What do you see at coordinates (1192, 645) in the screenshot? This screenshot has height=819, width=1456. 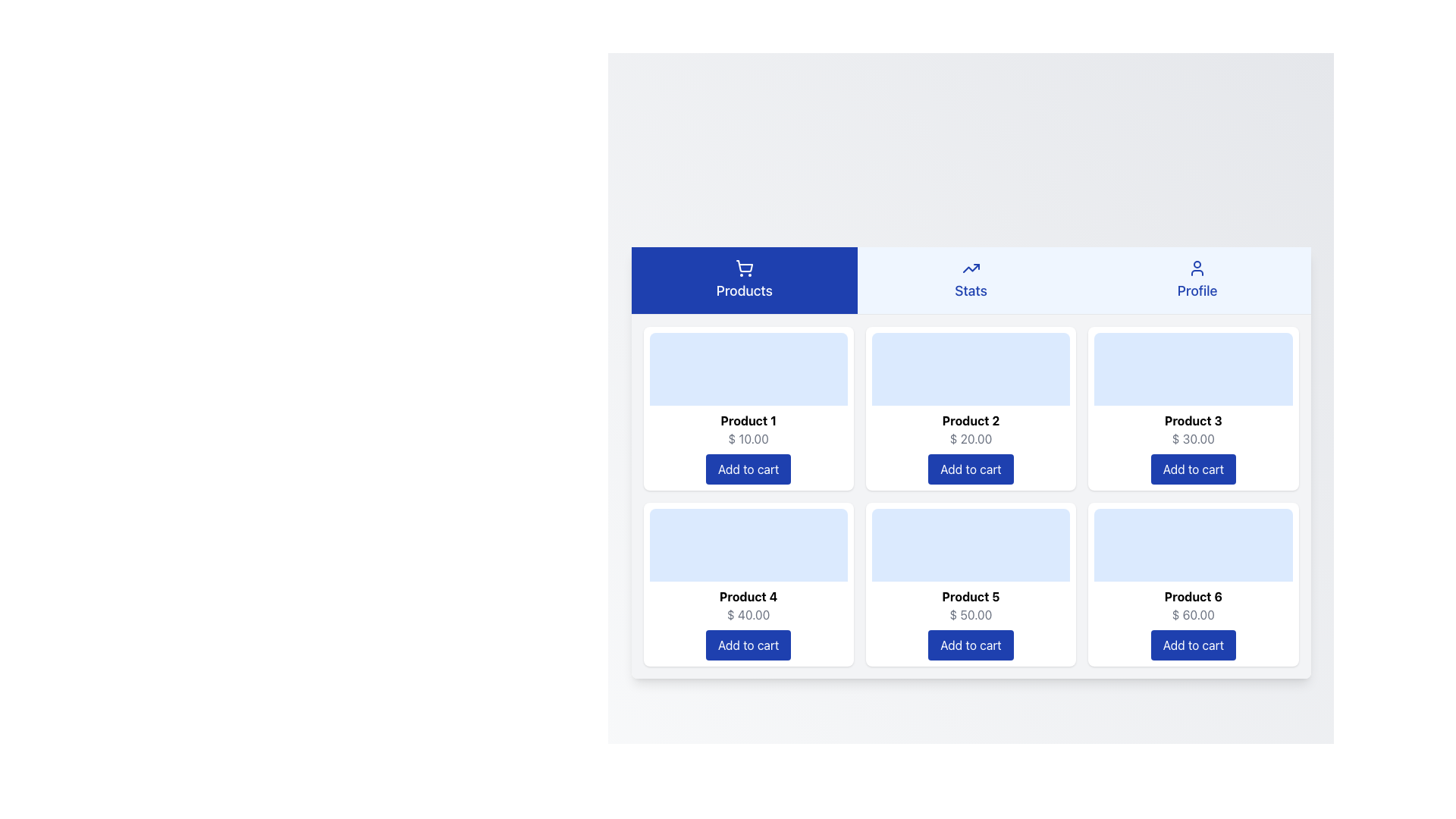 I see `the 'Add to cart' button, which has a blue background and white bold text, located at the bottom-right of the 'Product 6' card for focus or tooltip effects` at bounding box center [1192, 645].